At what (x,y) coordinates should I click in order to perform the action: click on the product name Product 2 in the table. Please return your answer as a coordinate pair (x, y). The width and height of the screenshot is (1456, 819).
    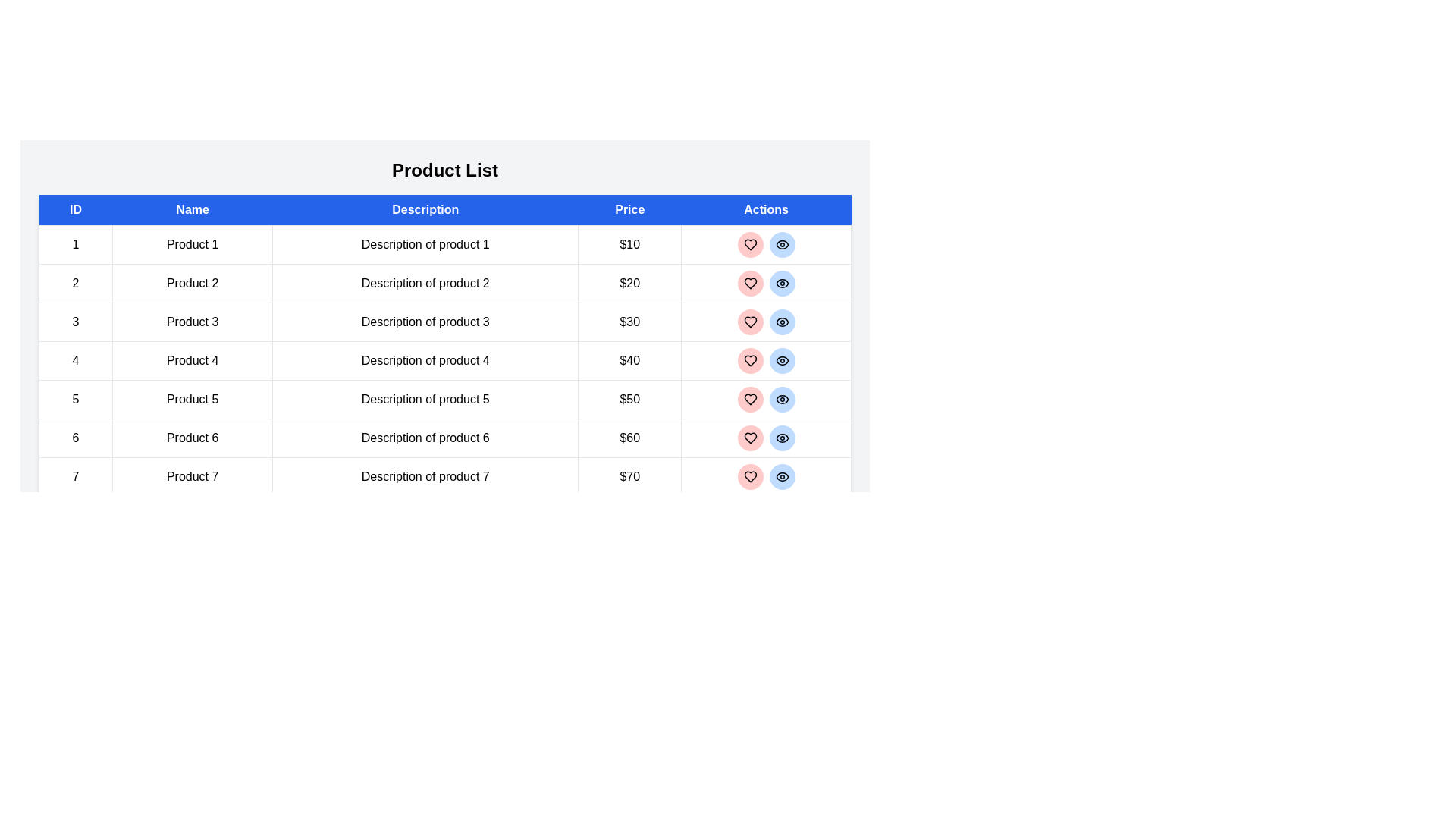
    Looking at the image, I should click on (192, 284).